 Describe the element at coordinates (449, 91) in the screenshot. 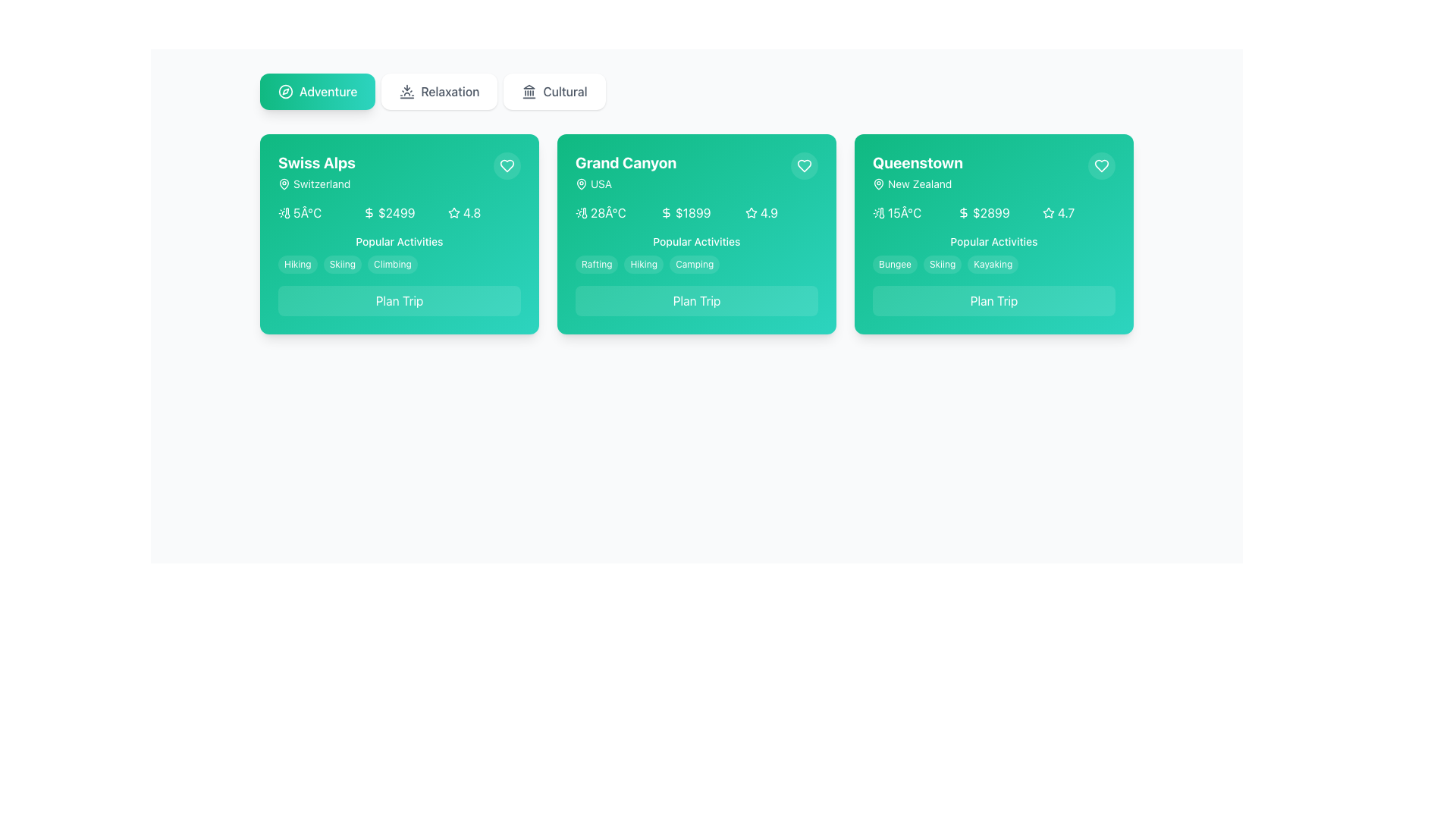

I see `the Text label within the navigation button that filters relaxation-themed activities, located between 'Adventure' and 'Cultural', in a drag-and-drop interface` at that location.